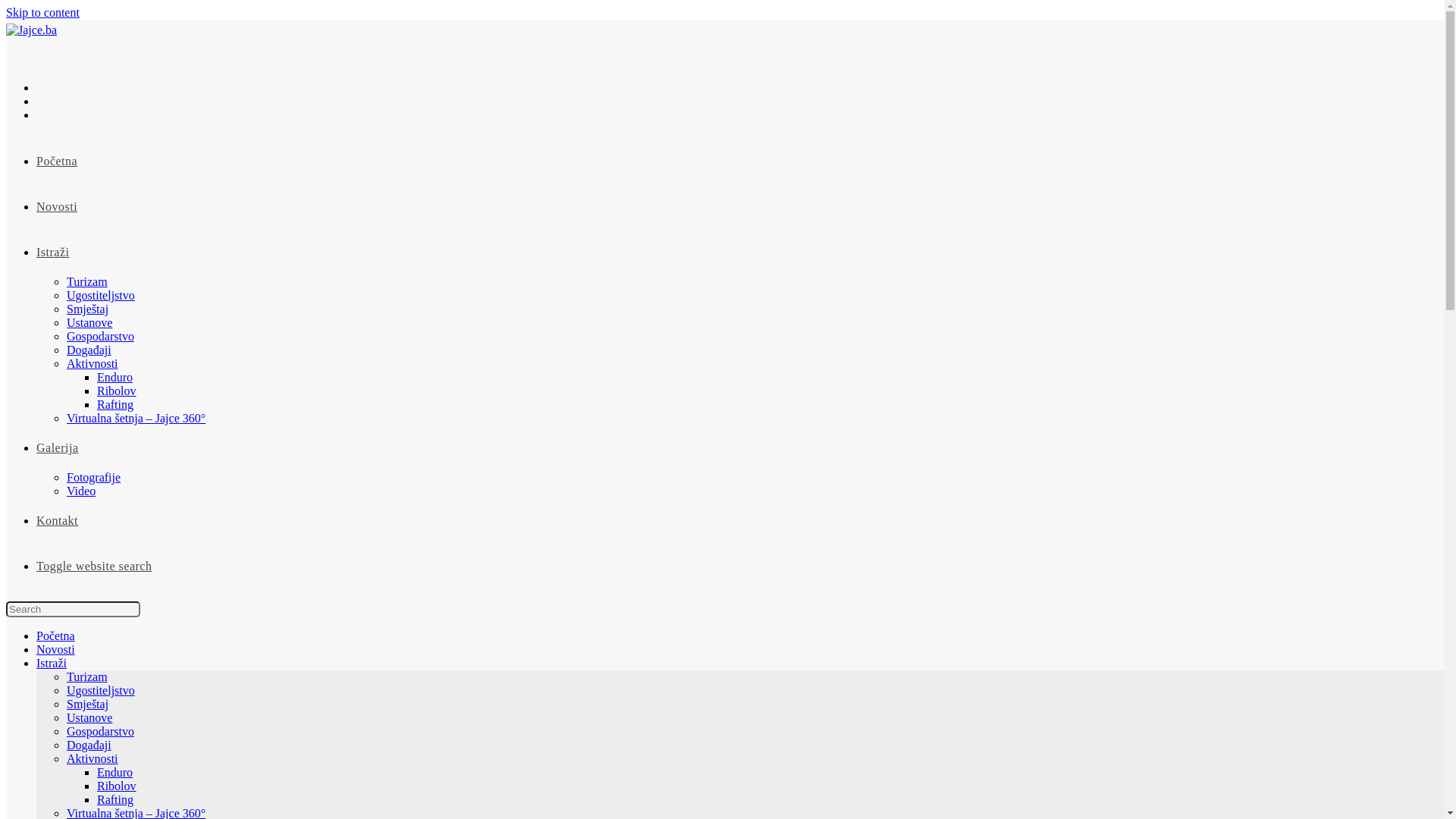 This screenshot has width=1456, height=819. What do you see at coordinates (96, 799) in the screenshot?
I see `'Rafting'` at bounding box center [96, 799].